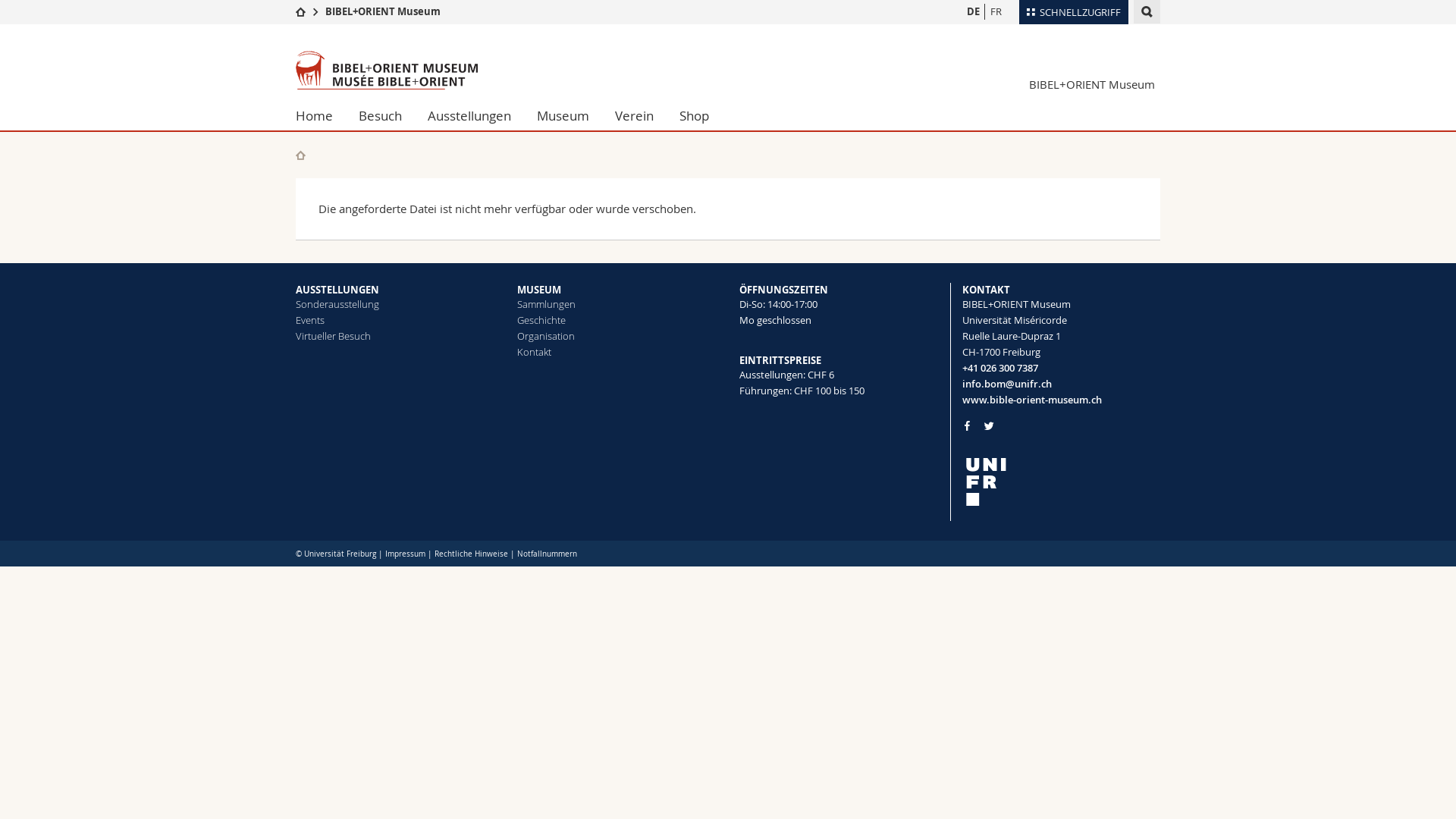 The width and height of the screenshot is (1456, 819). What do you see at coordinates (1019, 11) in the screenshot?
I see `'SCHNELLZUGRIFF'` at bounding box center [1019, 11].